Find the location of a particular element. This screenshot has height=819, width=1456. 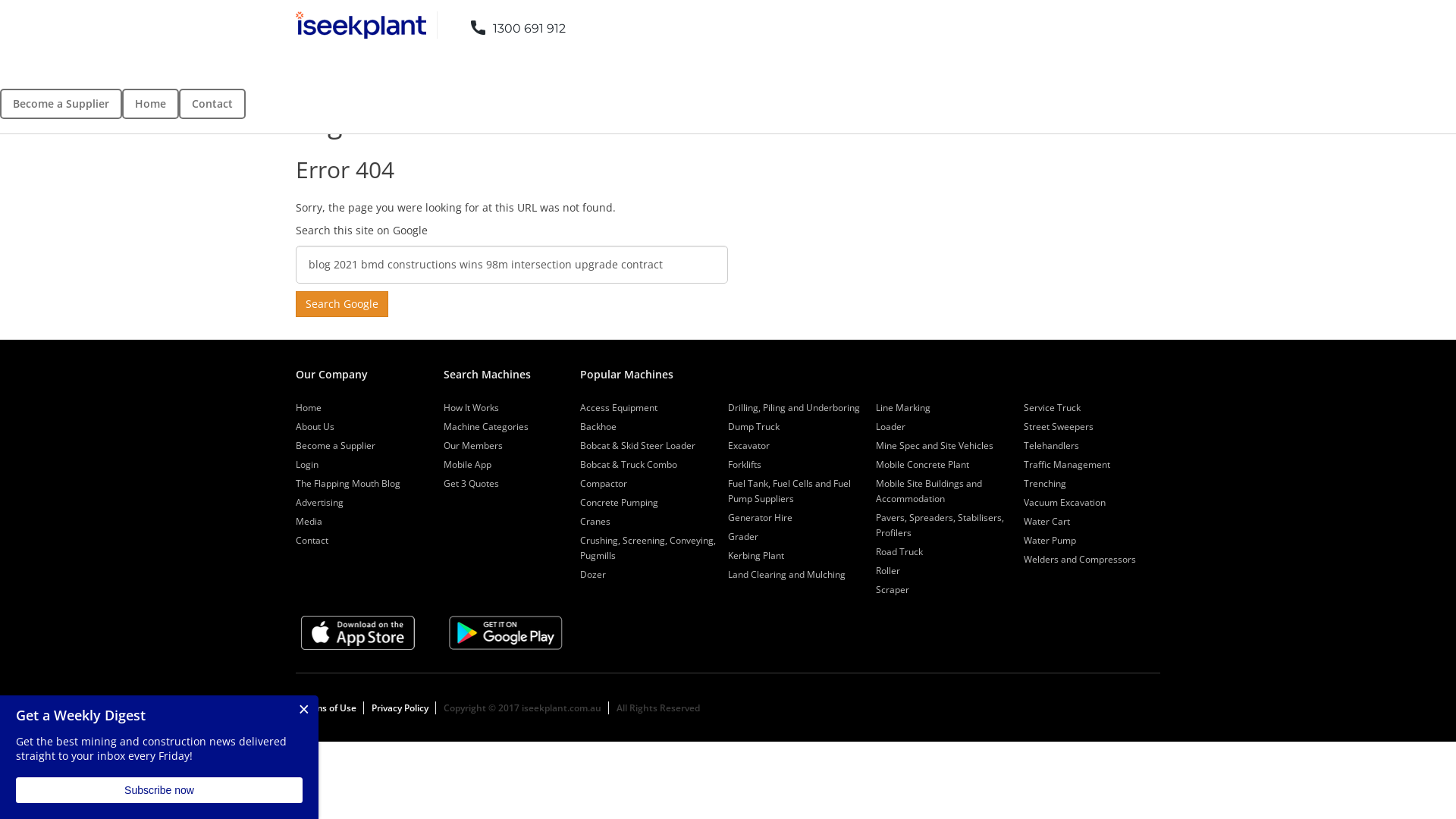

'GooglePlay' is located at coordinates (506, 632).